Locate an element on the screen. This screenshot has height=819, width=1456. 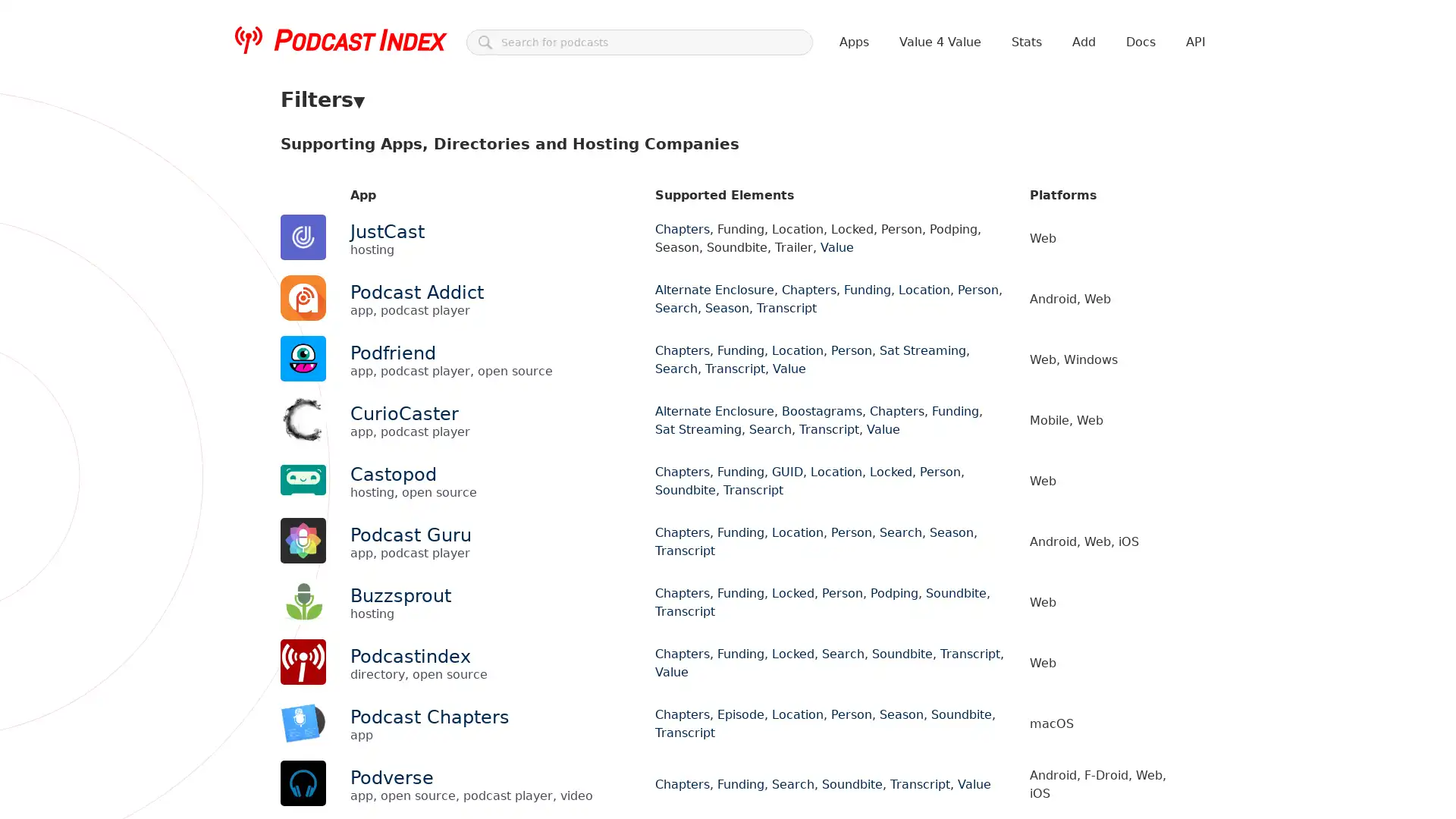
Sailfish OS is located at coordinates (1051, 311).